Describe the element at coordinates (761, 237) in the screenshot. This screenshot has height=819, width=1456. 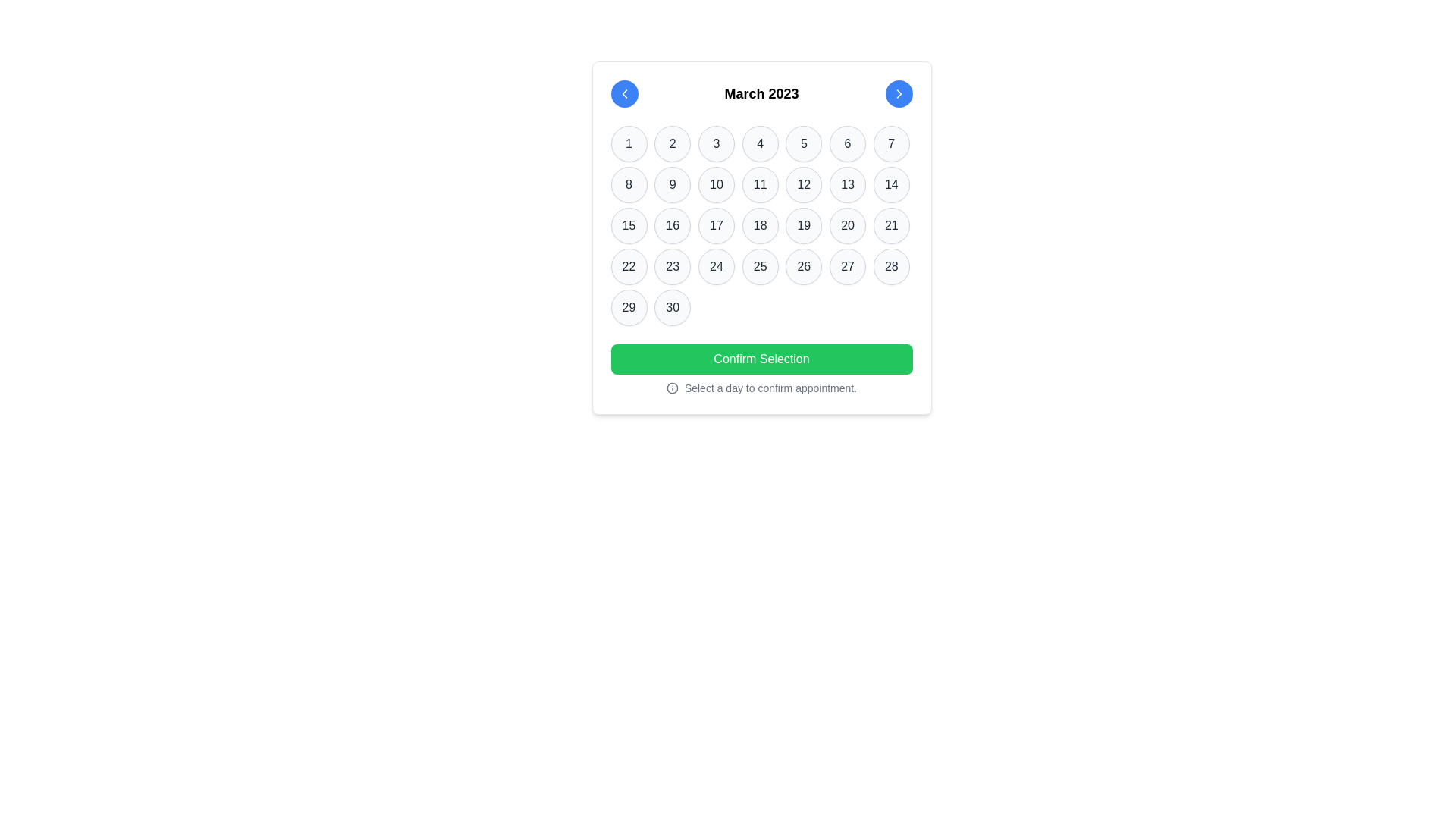
I see `instructions from the central calendar element that allows date selection for appointment setting` at that location.